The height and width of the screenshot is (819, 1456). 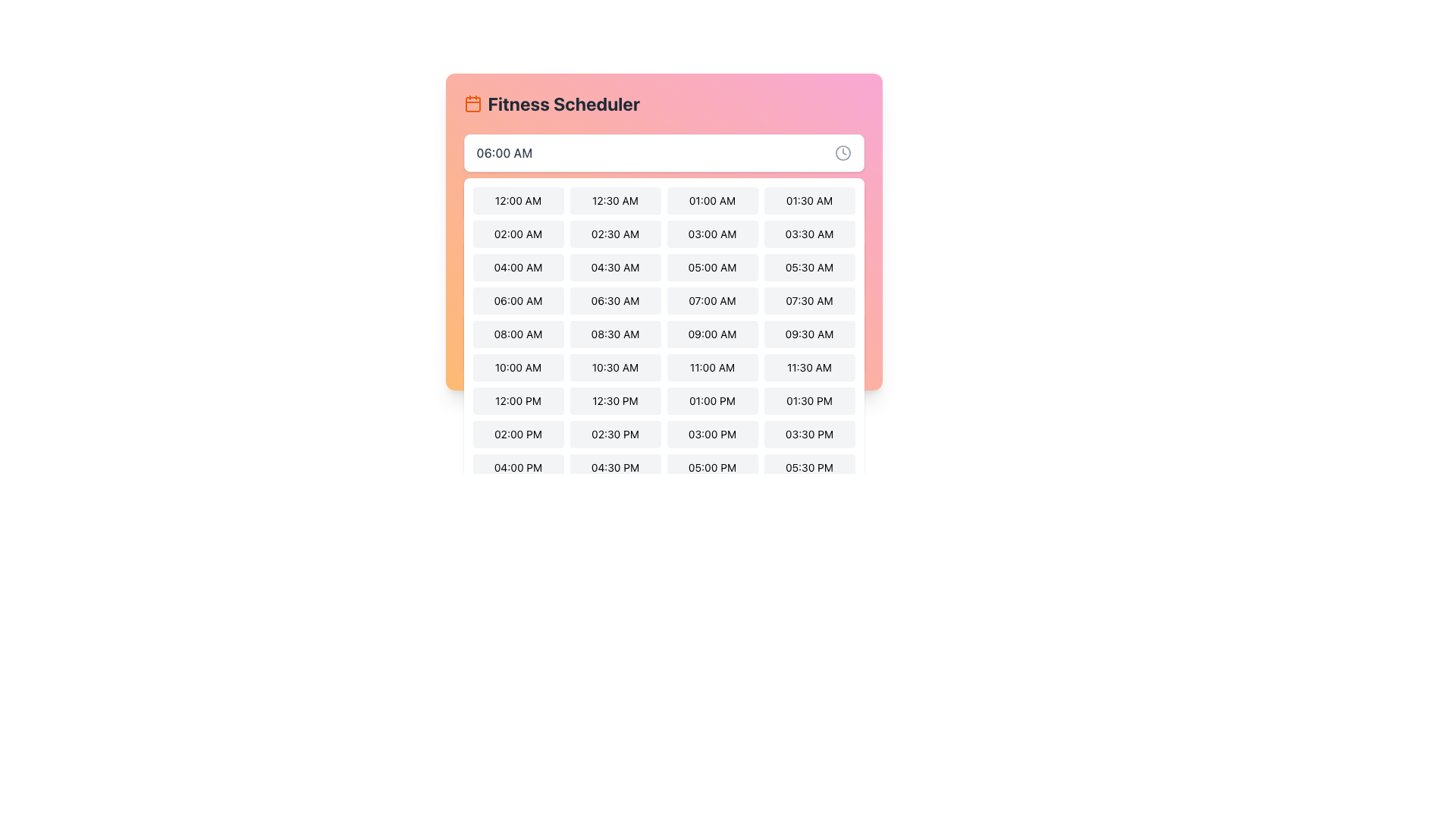 I want to click on the rectangular button displaying '02:30 AM' to change its background color to light pink, so click(x=615, y=234).